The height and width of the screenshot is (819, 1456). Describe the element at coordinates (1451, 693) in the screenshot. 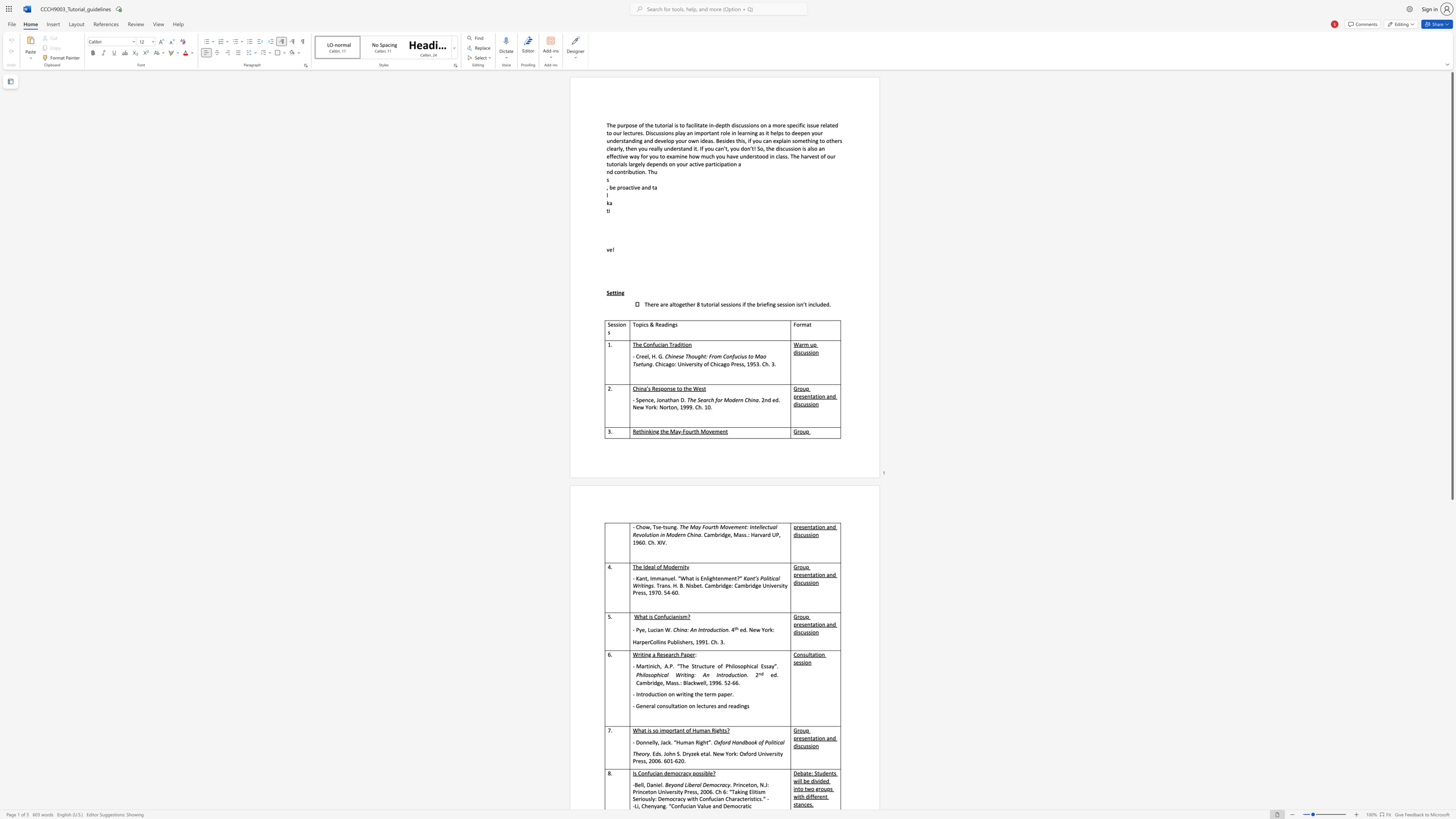

I see `the scrollbar to adjust the page downward` at that location.